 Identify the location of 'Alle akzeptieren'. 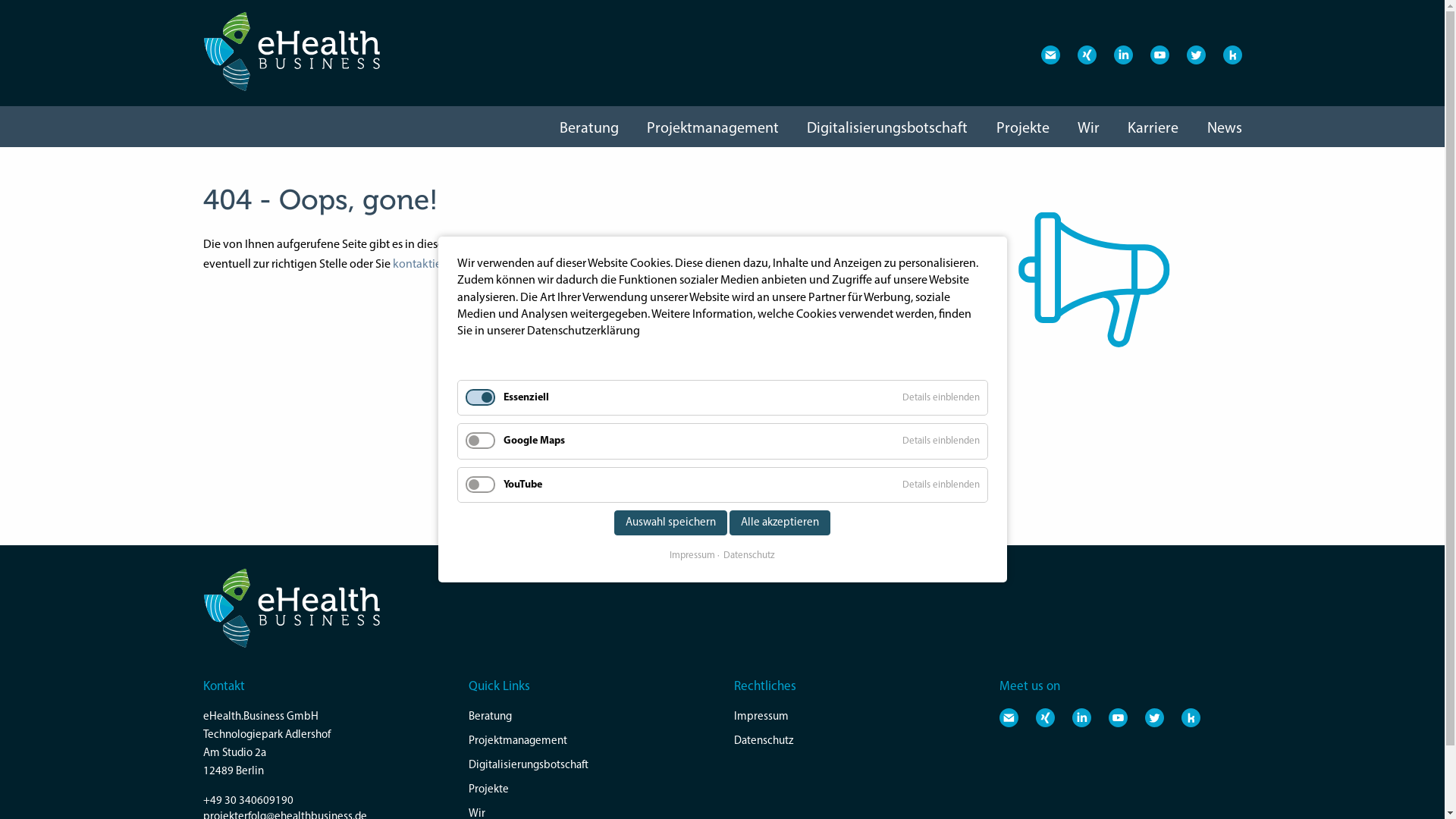
(780, 522).